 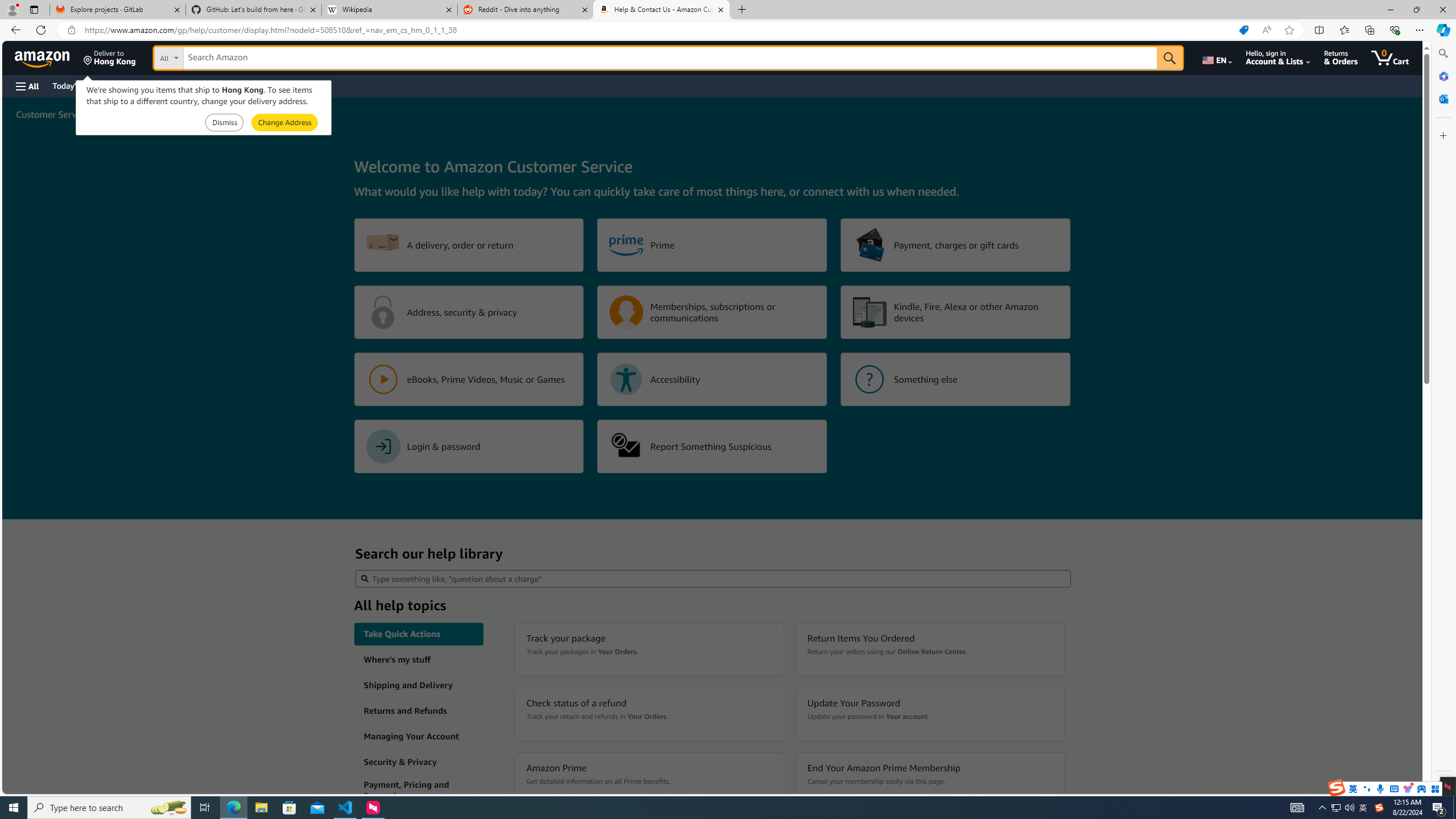 What do you see at coordinates (1277, 57) in the screenshot?
I see `'Hello, sign in Account & Lists'` at bounding box center [1277, 57].